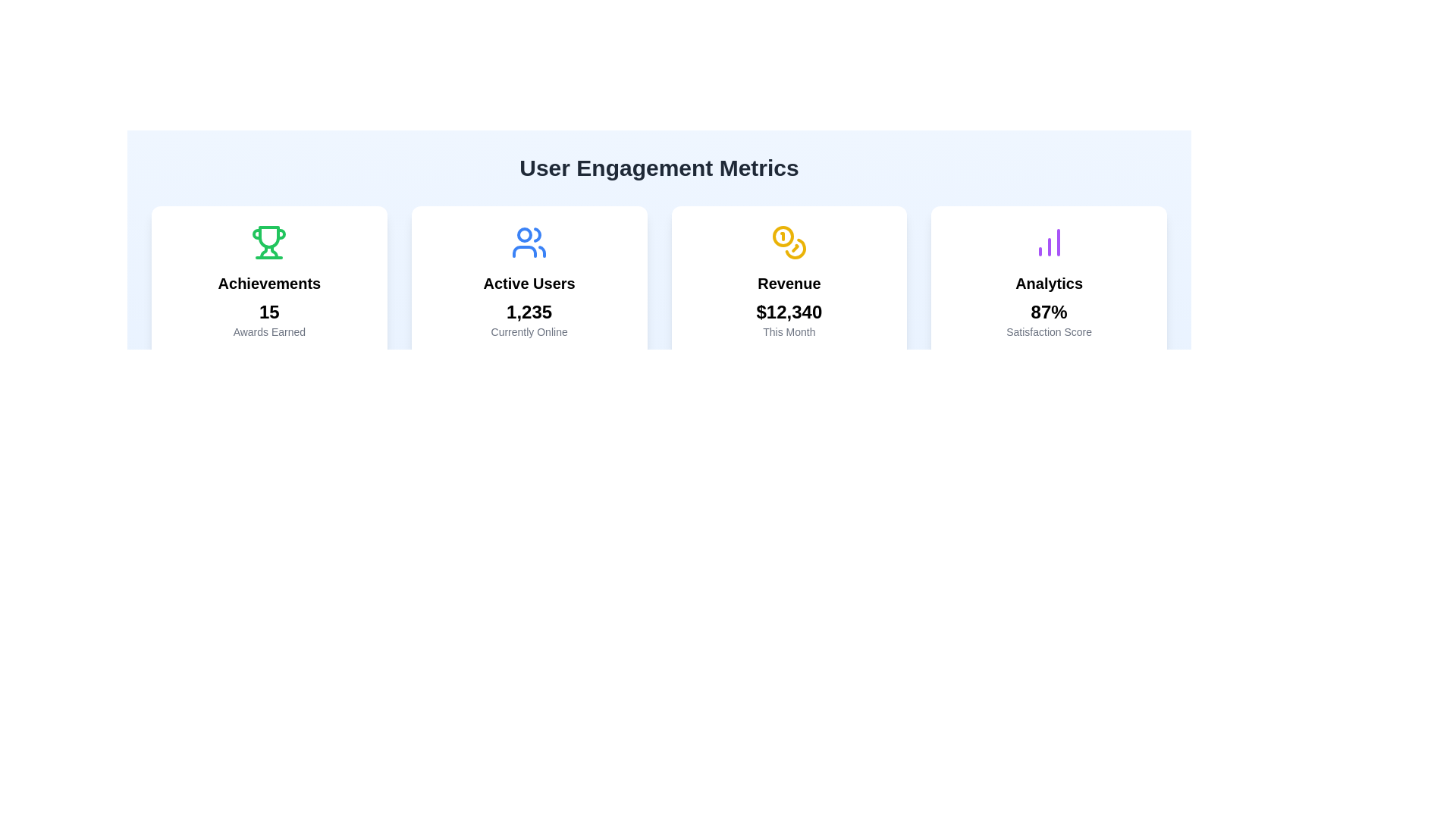 This screenshot has width=1456, height=819. Describe the element at coordinates (269, 242) in the screenshot. I see `the icon representing achievements located at the top-center of the first card under the 'User Engagement Metrics' section, above the text 'Achievements', '15', and 'Awards Earned'` at that location.